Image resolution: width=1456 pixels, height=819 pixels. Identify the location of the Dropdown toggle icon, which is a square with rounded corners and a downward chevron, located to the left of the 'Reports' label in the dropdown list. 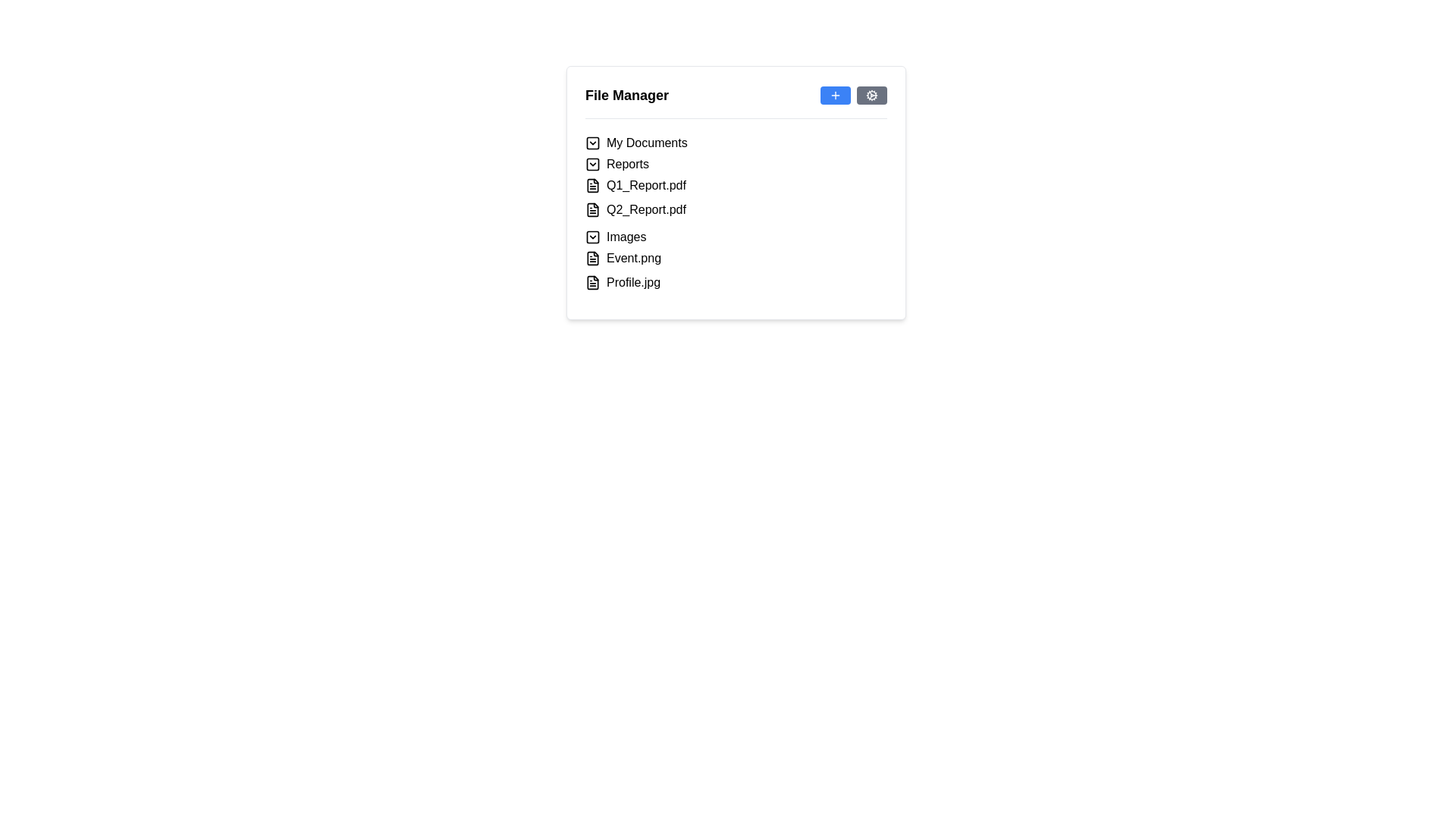
(592, 164).